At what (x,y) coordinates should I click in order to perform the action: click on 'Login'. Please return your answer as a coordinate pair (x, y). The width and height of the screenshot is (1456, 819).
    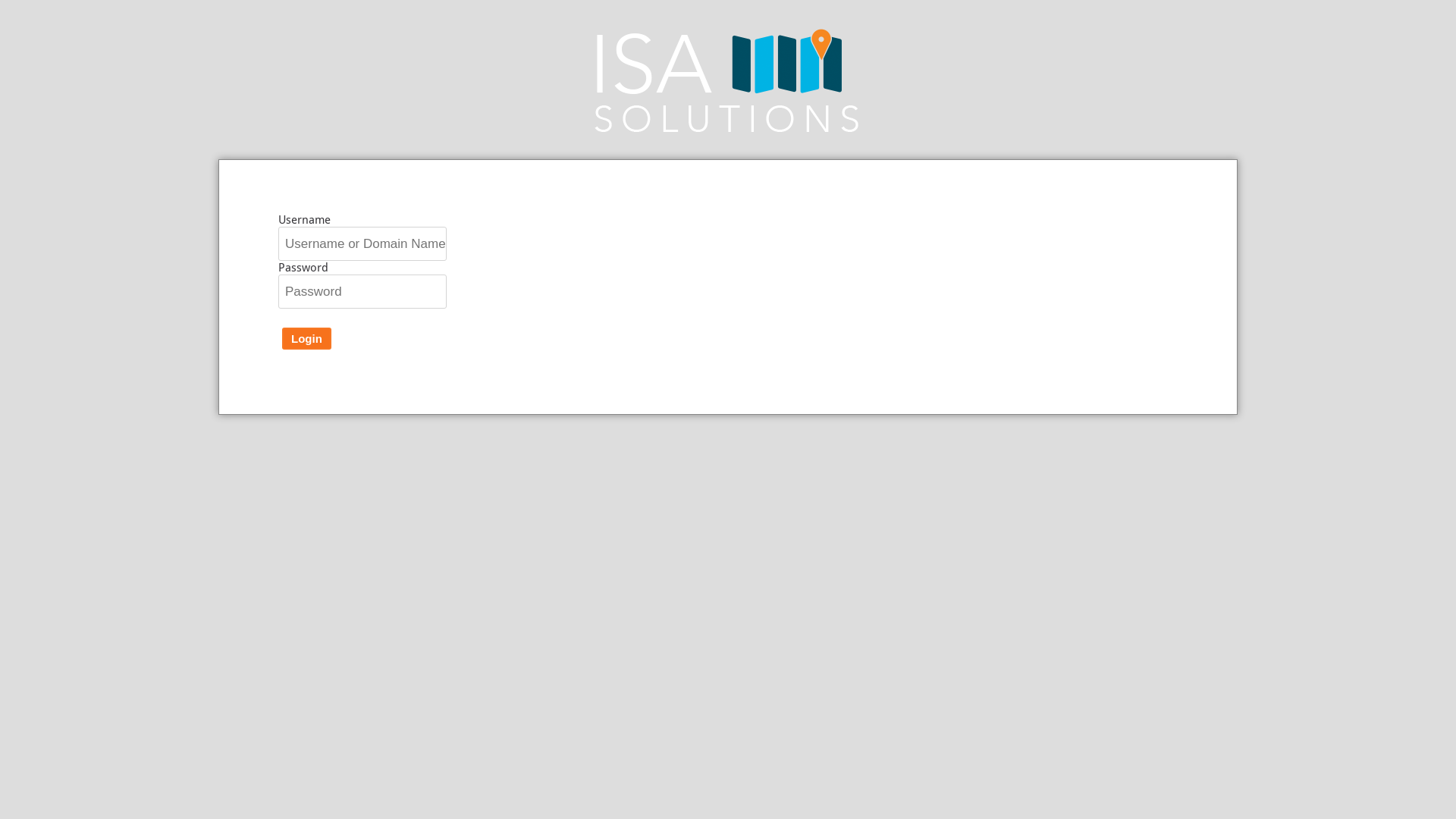
    Looking at the image, I should click on (306, 337).